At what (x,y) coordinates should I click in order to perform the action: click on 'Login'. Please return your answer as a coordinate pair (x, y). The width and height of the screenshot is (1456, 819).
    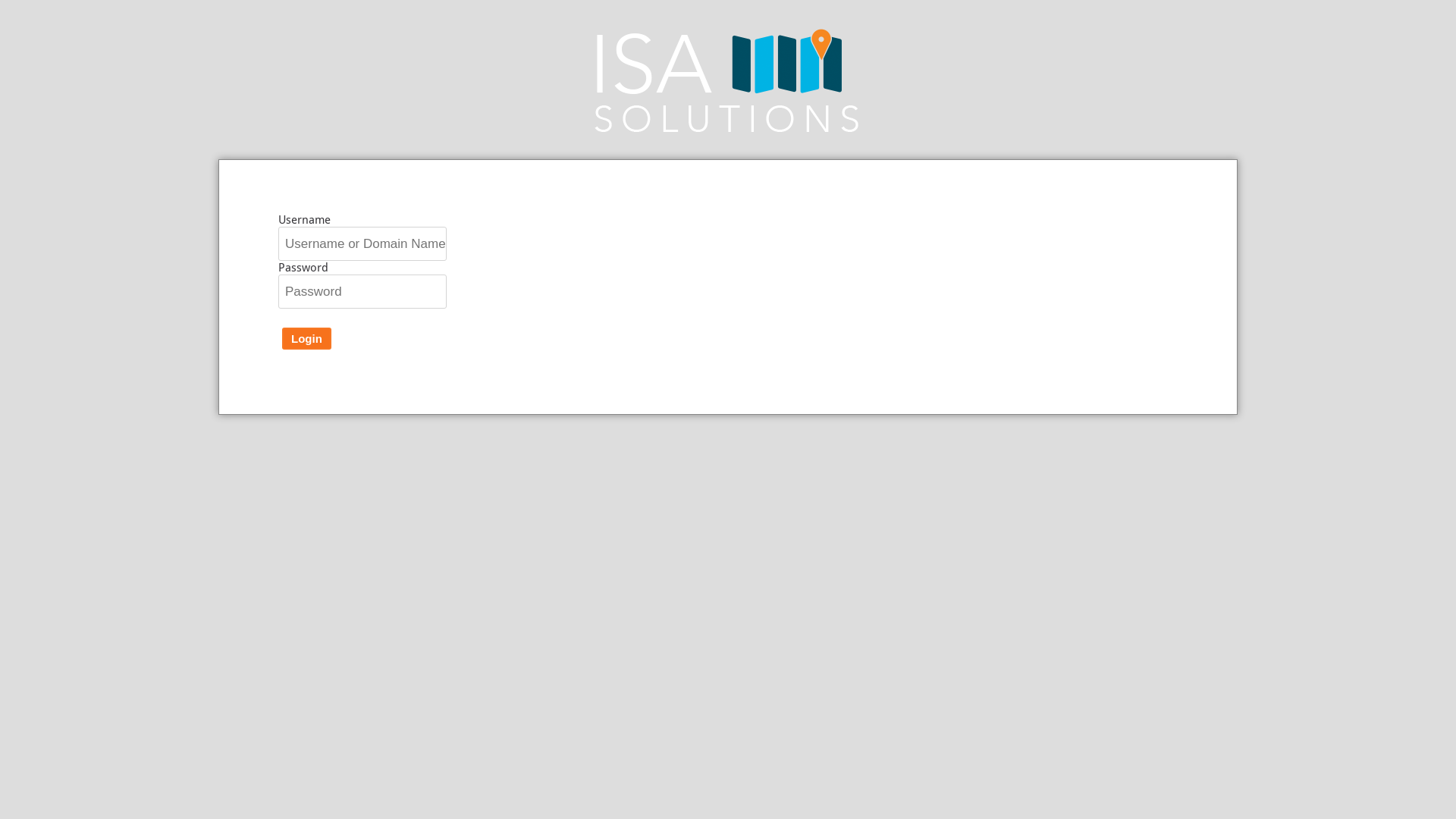
    Looking at the image, I should click on (306, 337).